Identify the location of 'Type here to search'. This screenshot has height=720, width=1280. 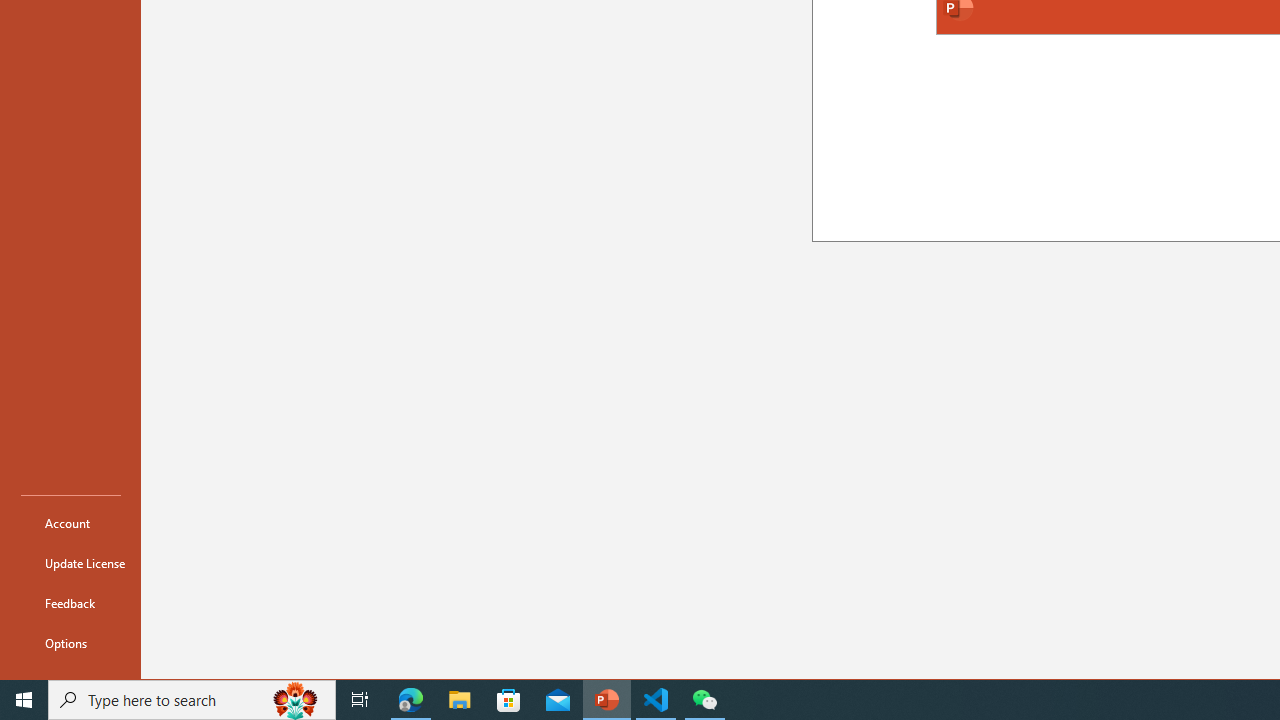
(192, 698).